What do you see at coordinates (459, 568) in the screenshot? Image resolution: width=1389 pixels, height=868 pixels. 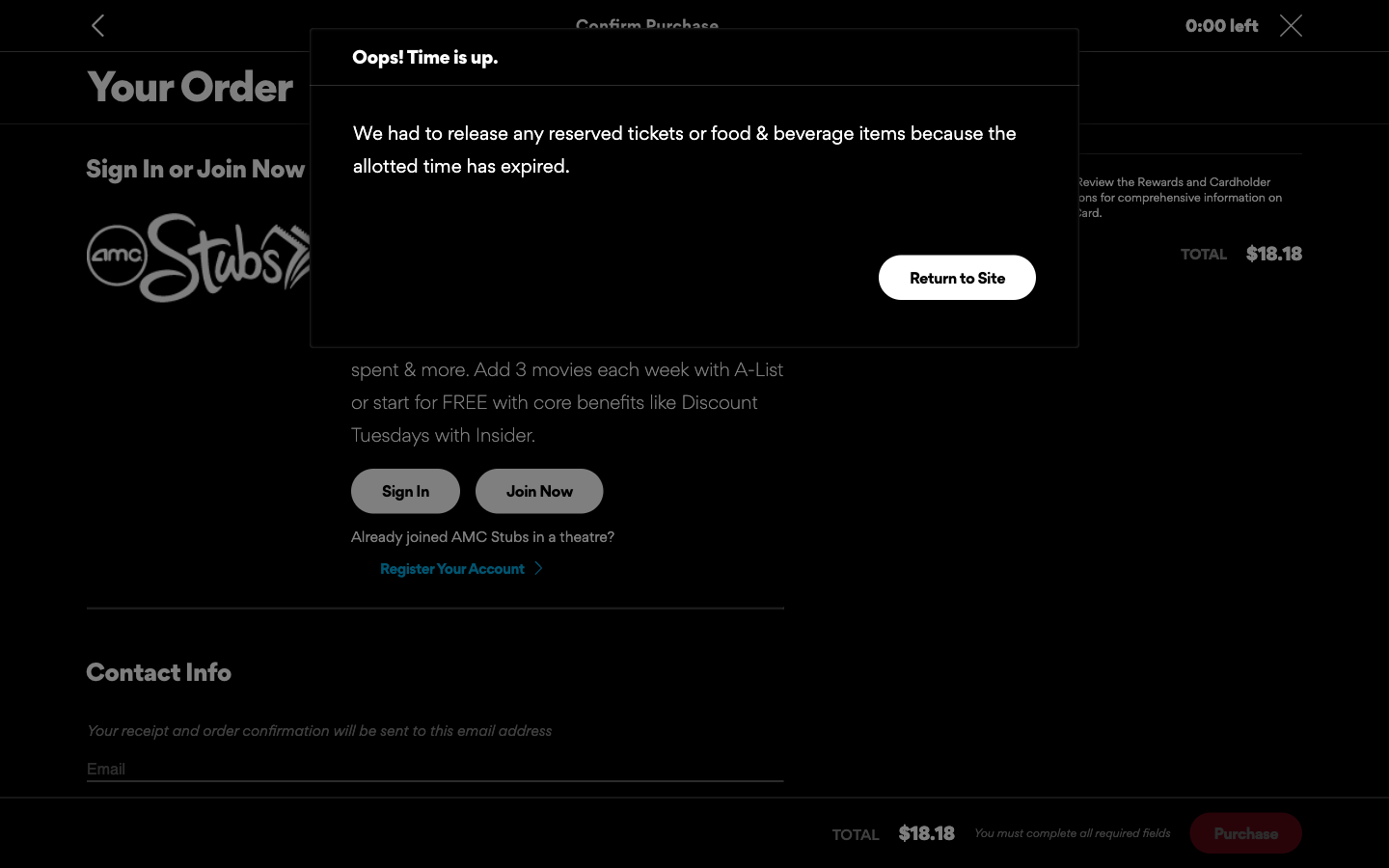 I see `Commence a new user registration` at bounding box center [459, 568].